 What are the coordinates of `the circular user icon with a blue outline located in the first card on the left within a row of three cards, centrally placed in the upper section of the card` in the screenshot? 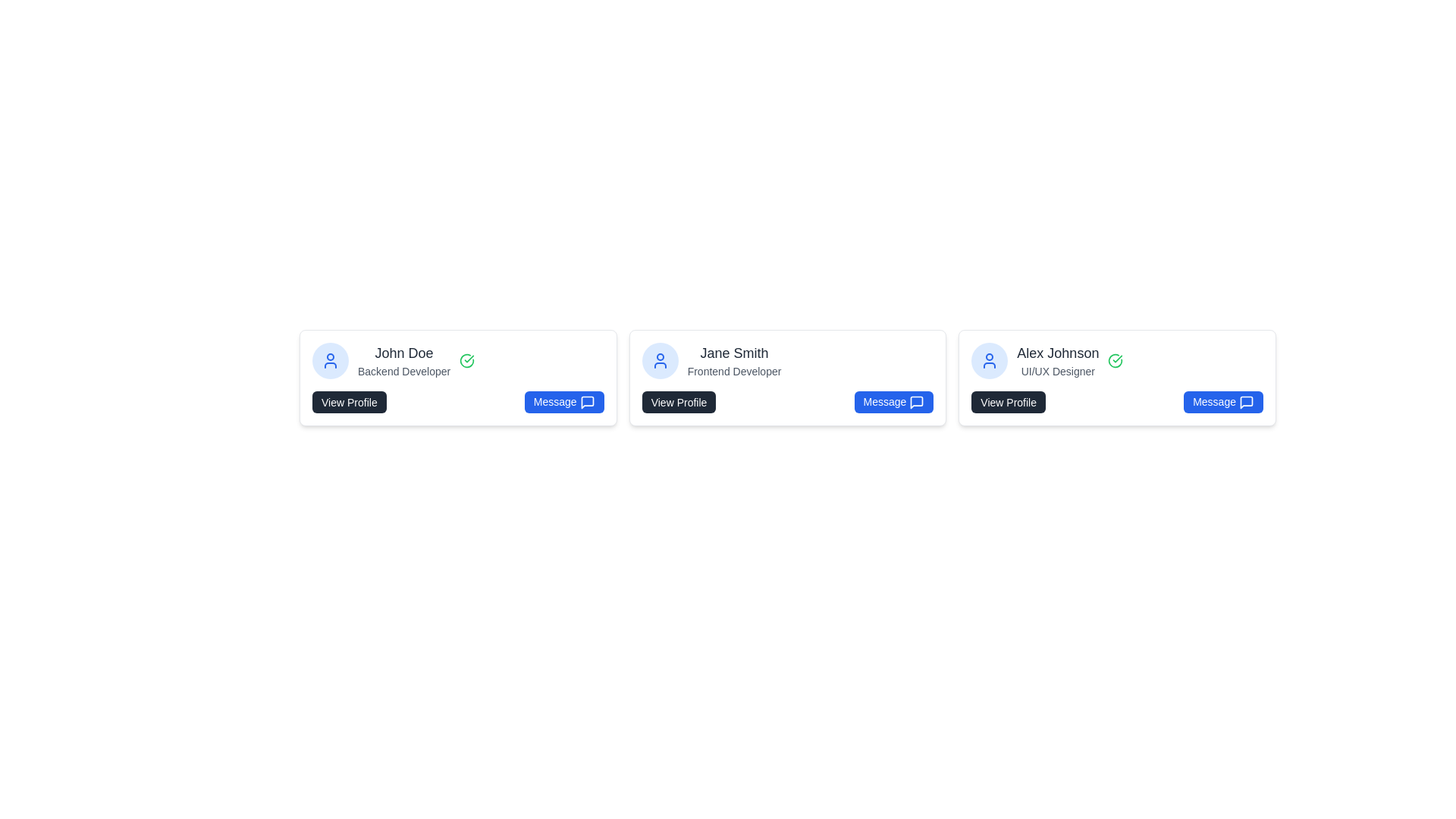 It's located at (660, 360).